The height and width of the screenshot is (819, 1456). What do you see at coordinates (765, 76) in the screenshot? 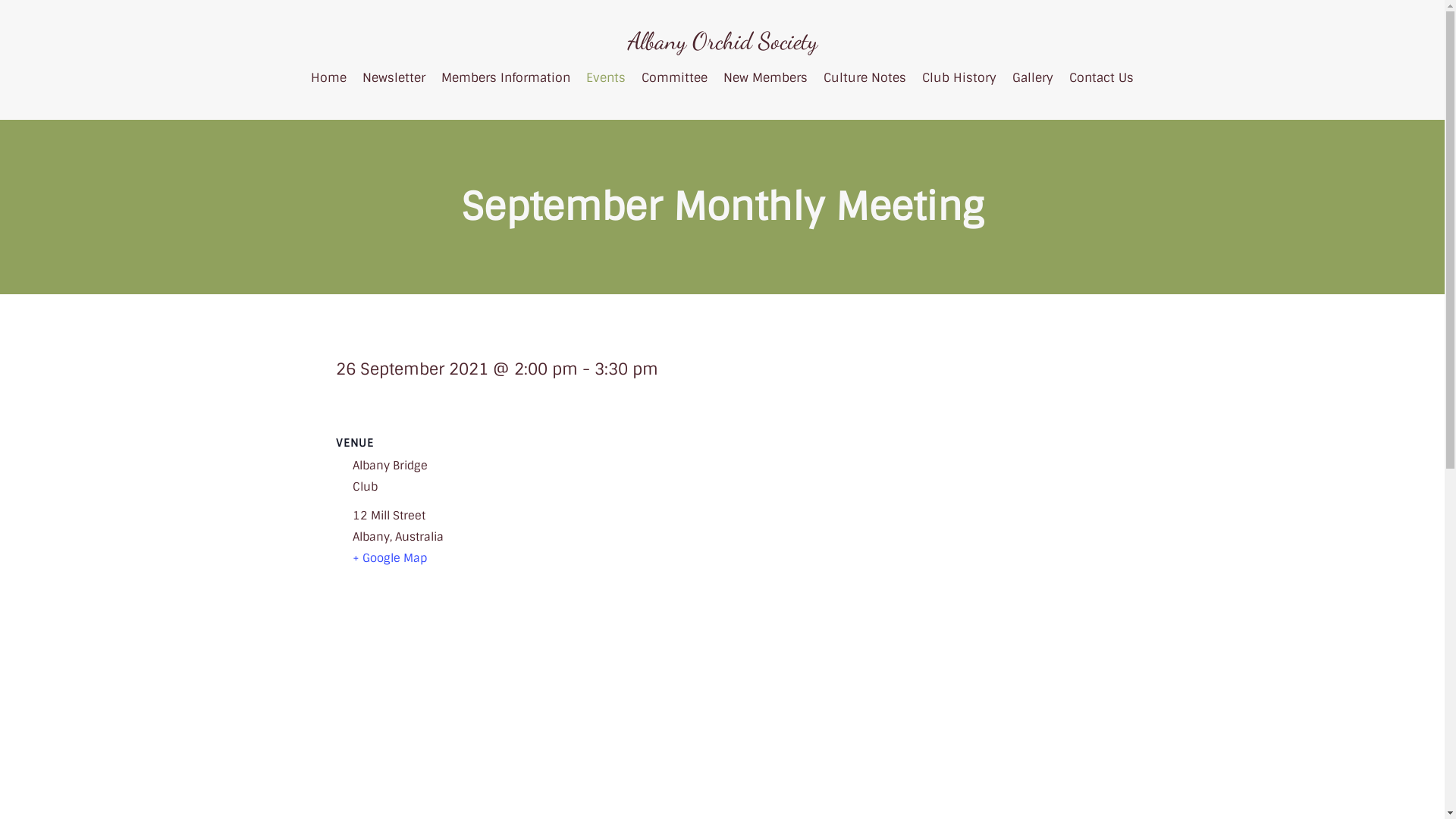
I see `'New Members'` at bounding box center [765, 76].